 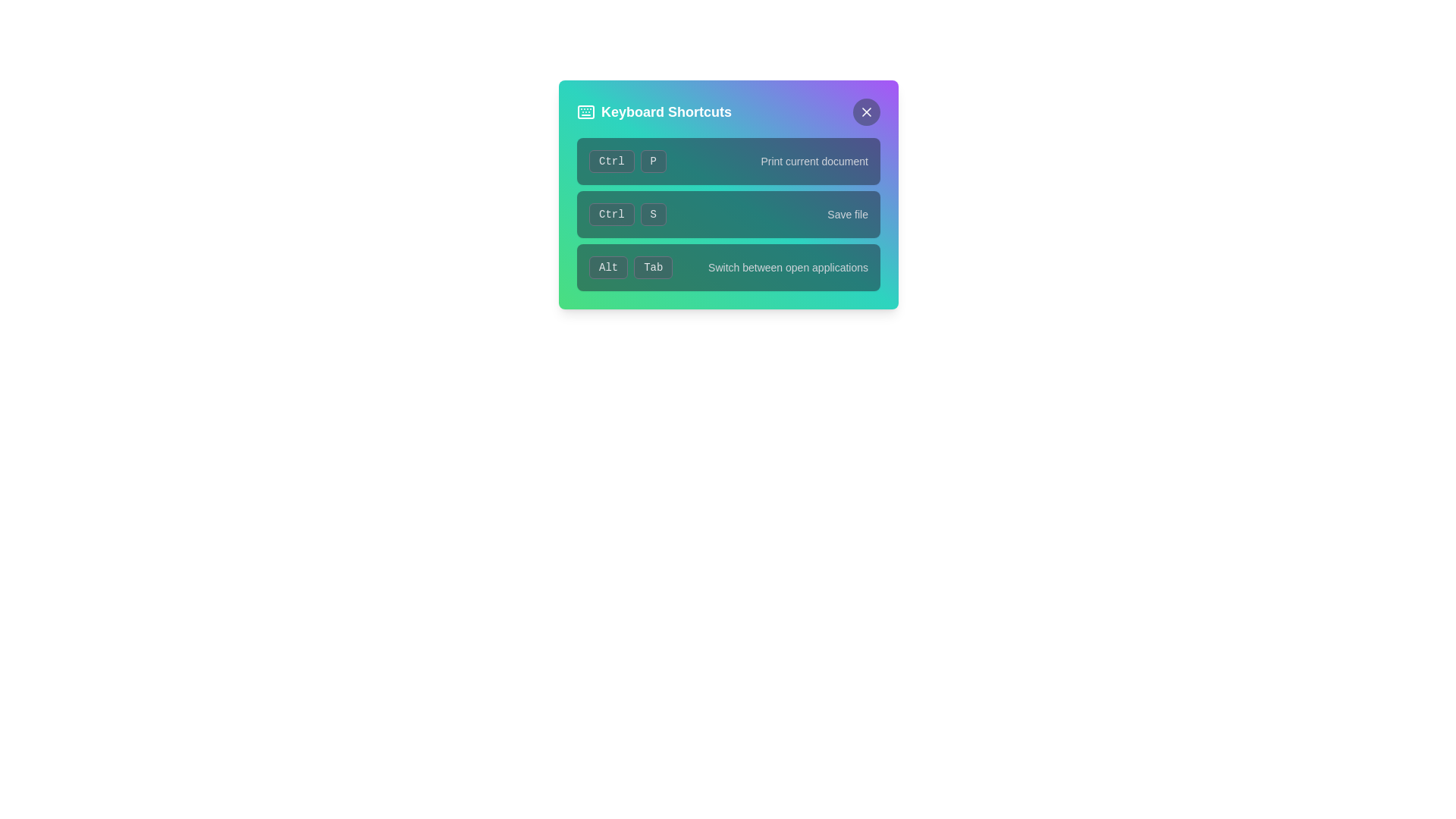 What do you see at coordinates (847, 214) in the screenshot?
I see `the Text Label that describes the 'Ctrl + S' shortcut command, located in the middle-right area of the keyboard shortcuts panel` at bounding box center [847, 214].